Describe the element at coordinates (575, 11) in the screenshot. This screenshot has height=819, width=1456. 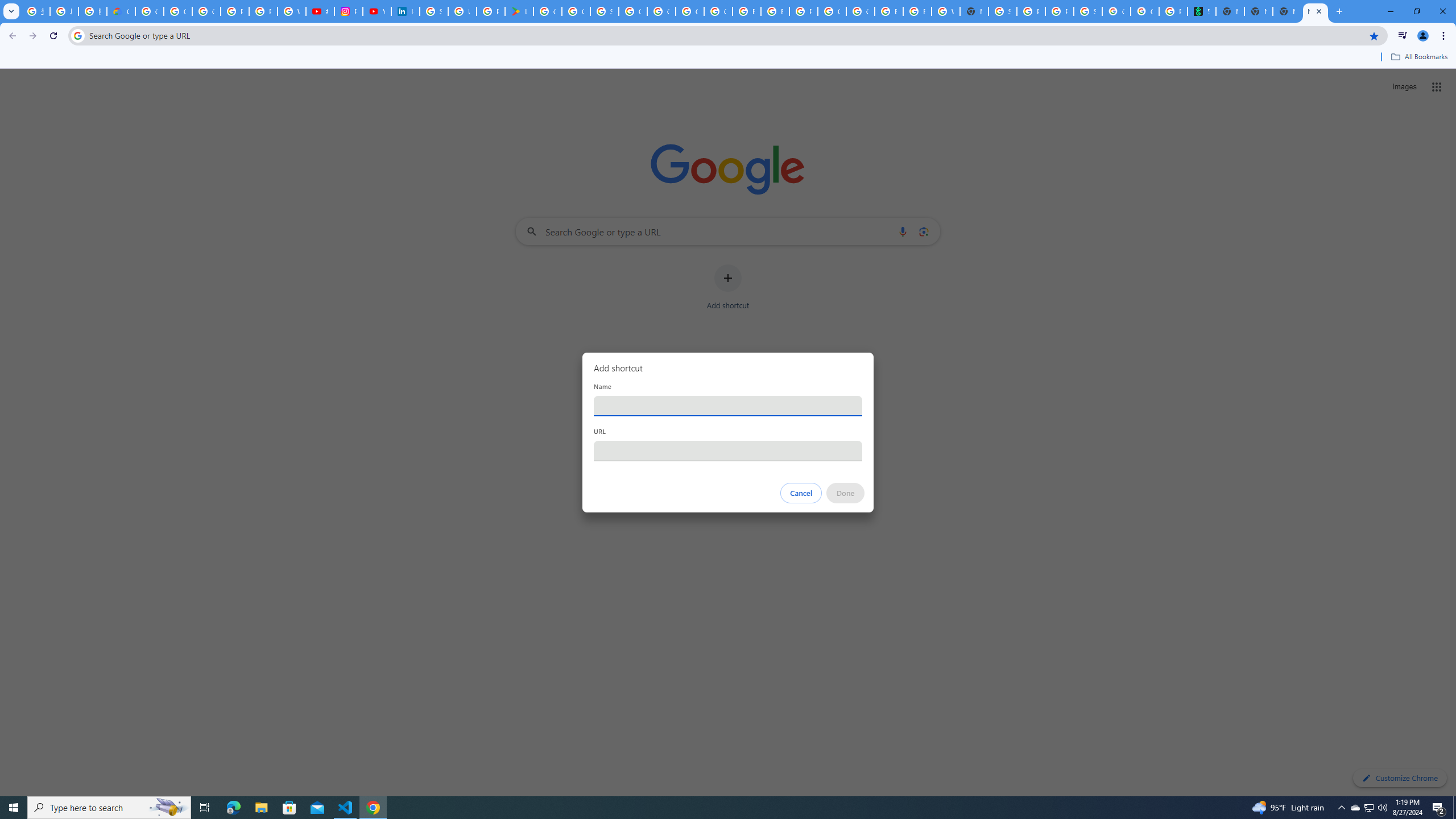
I see `'Google Workspace - Specific Terms'` at that location.